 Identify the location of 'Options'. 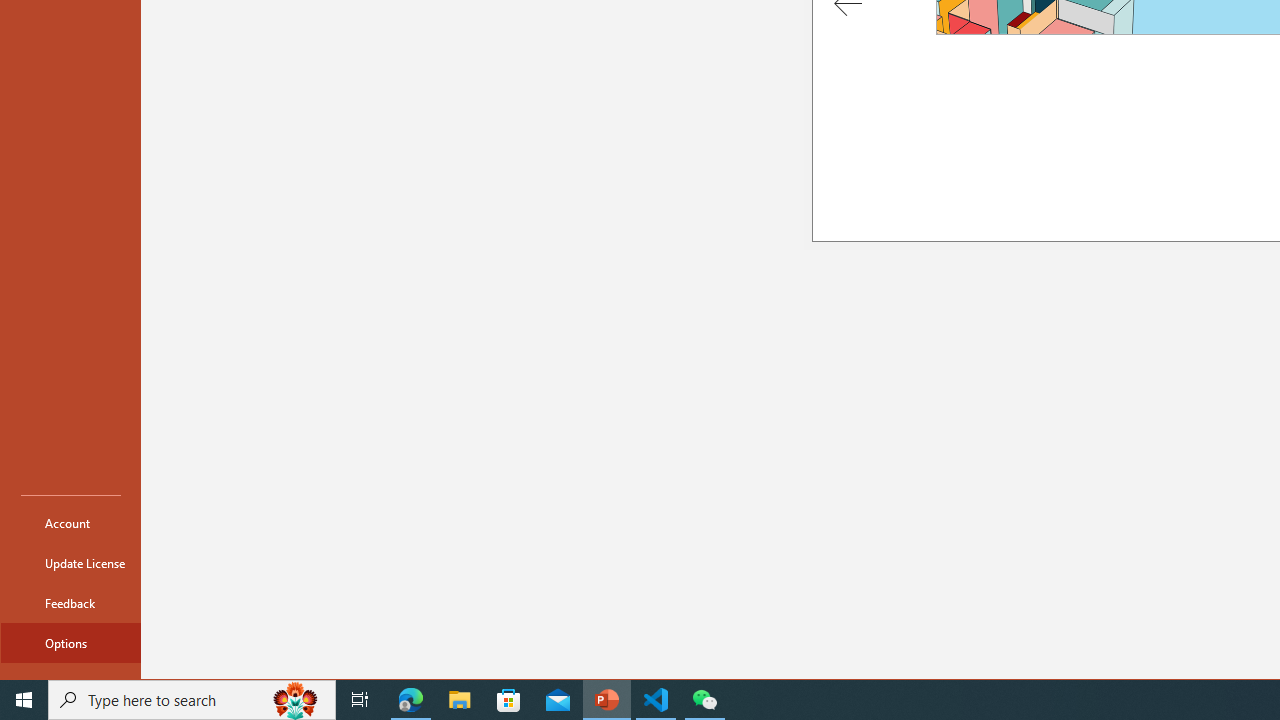
(71, 642).